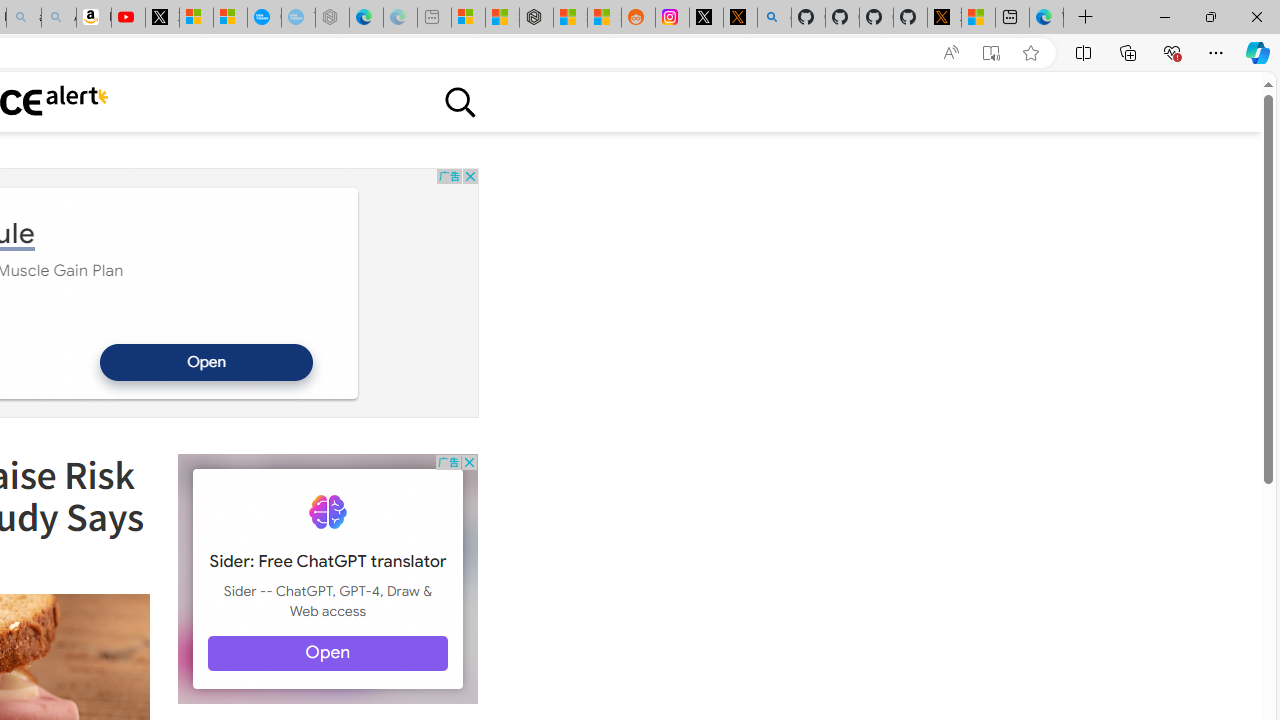  Describe the element at coordinates (536, 17) in the screenshot. I see `'Nordace - Duffels'` at that location.